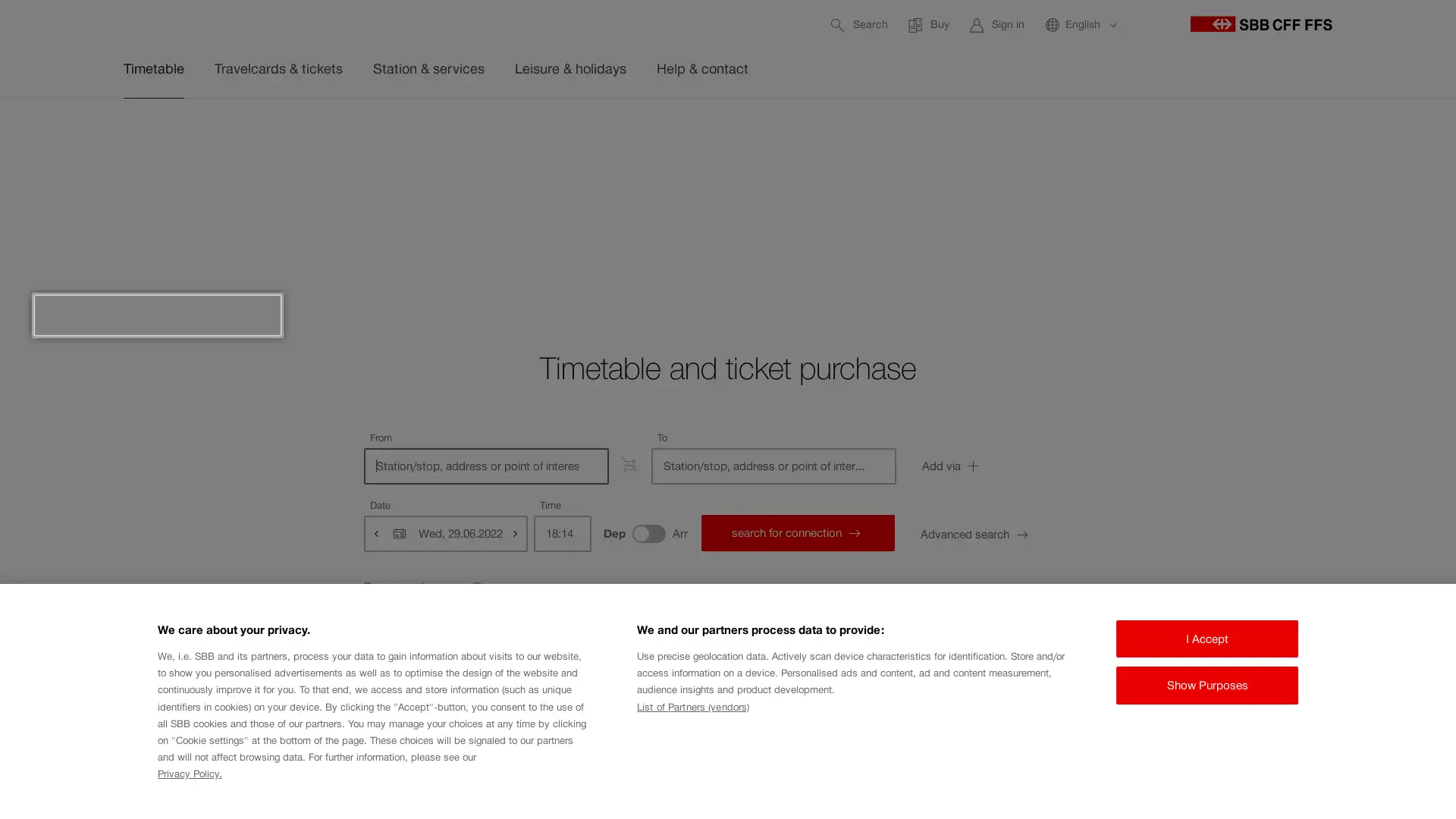 Image resolution: width=1456 pixels, height=819 pixels. What do you see at coordinates (1207, 638) in the screenshot?
I see `I Accept` at bounding box center [1207, 638].